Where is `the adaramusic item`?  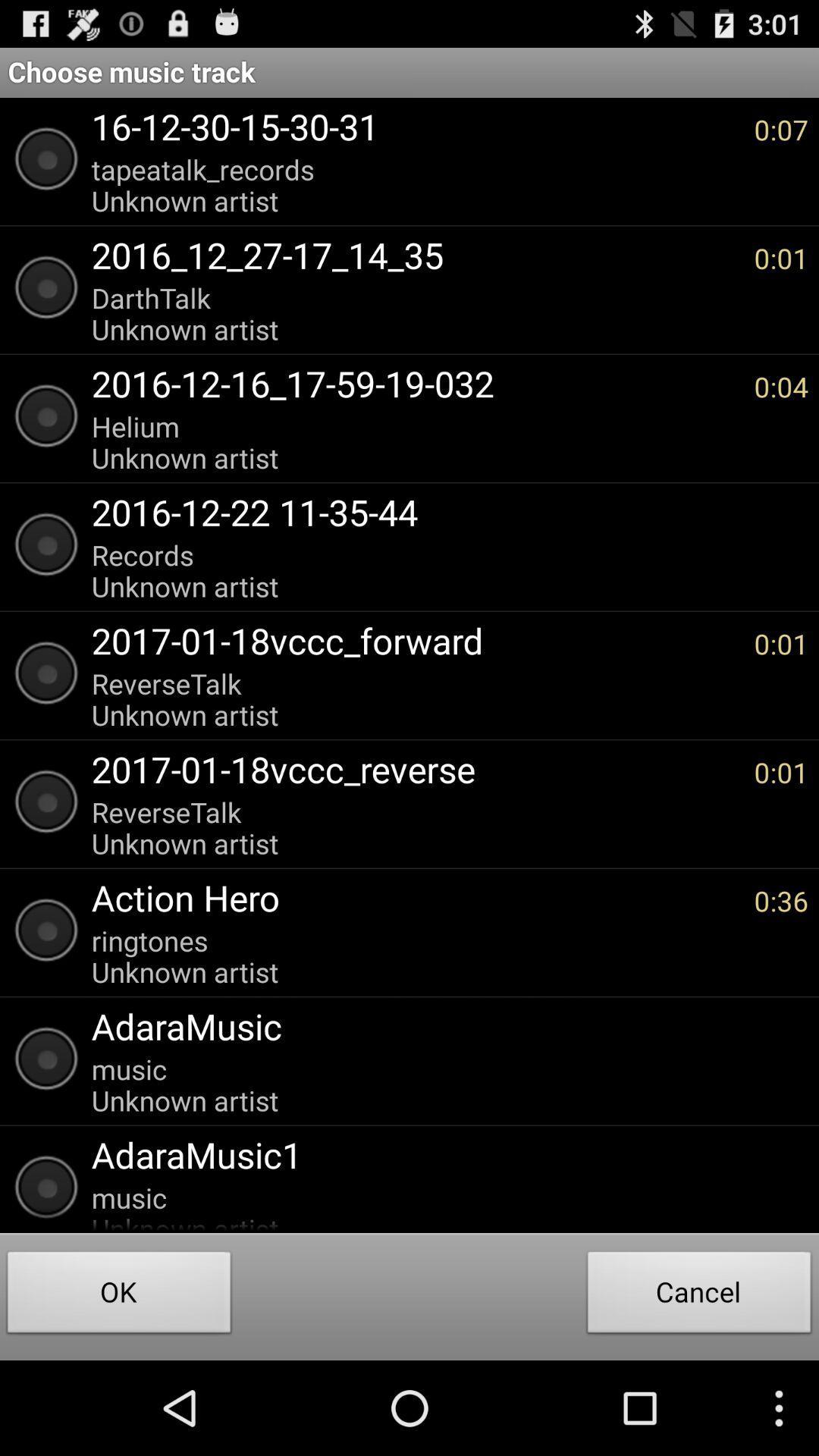
the adaramusic item is located at coordinates (442, 1026).